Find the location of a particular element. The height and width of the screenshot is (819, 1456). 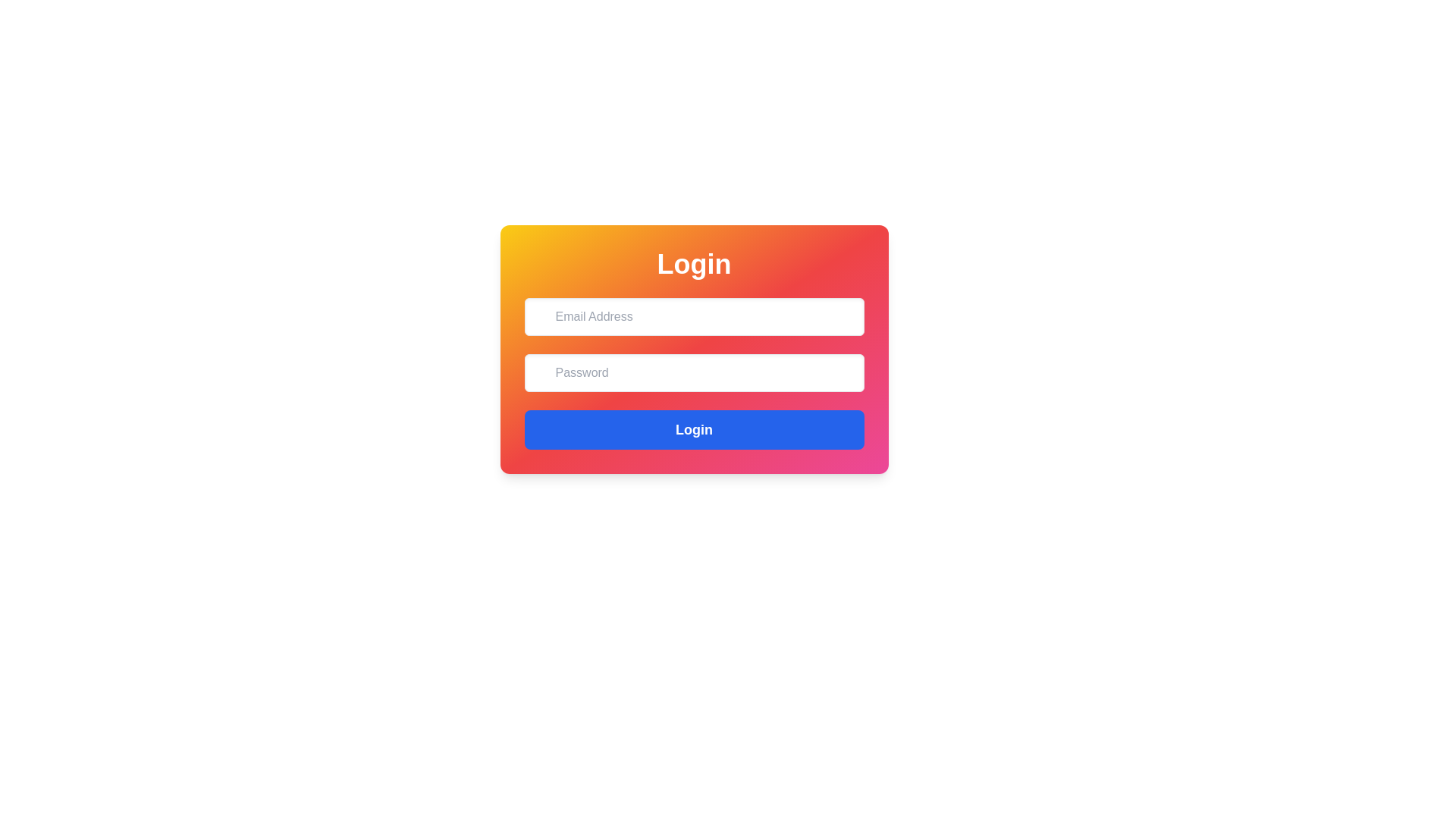

the visibility toggle button for the password field in the login form is located at coordinates (846, 371).